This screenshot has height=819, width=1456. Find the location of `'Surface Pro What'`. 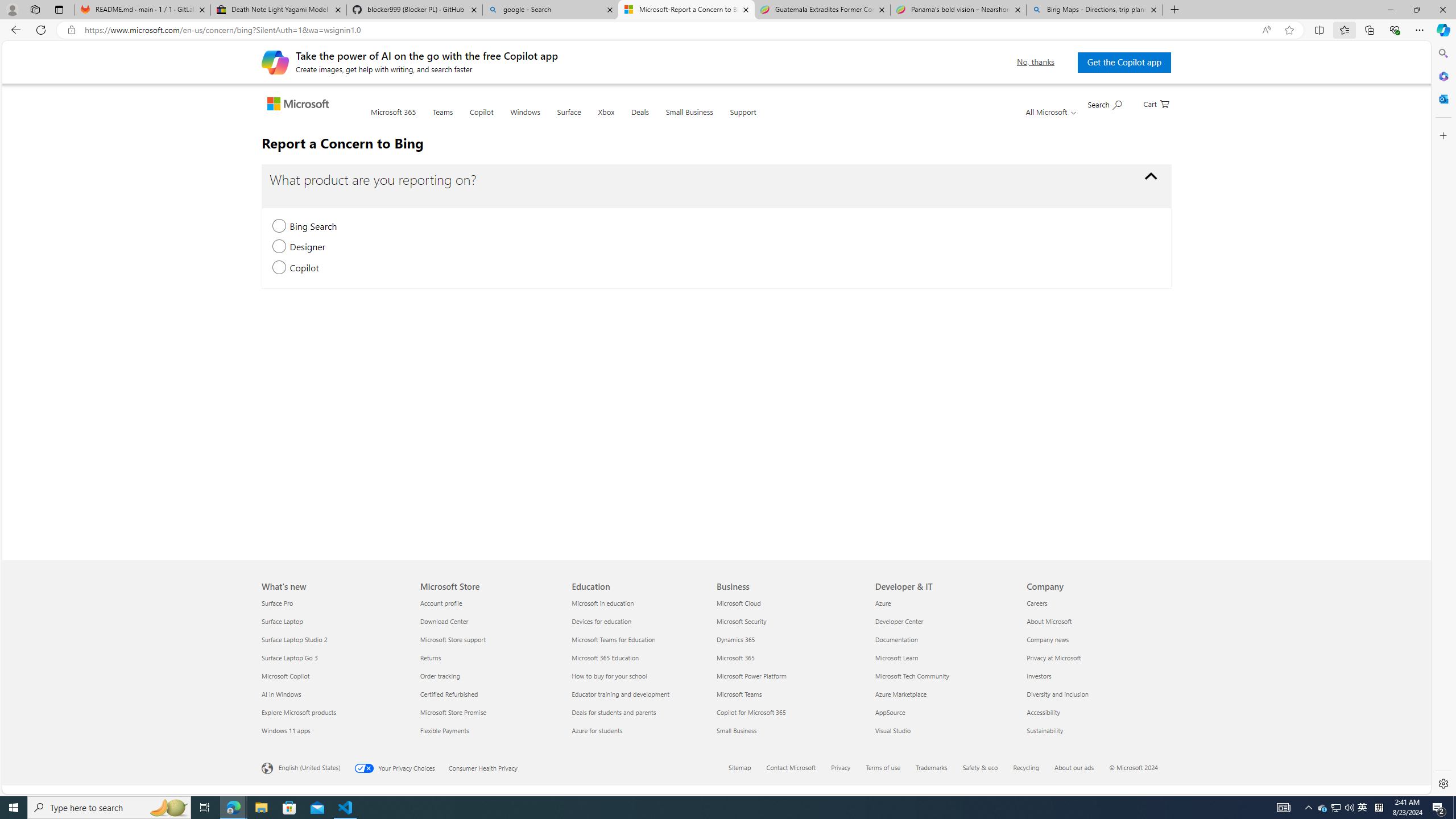

'Surface Pro What' is located at coordinates (278, 603).